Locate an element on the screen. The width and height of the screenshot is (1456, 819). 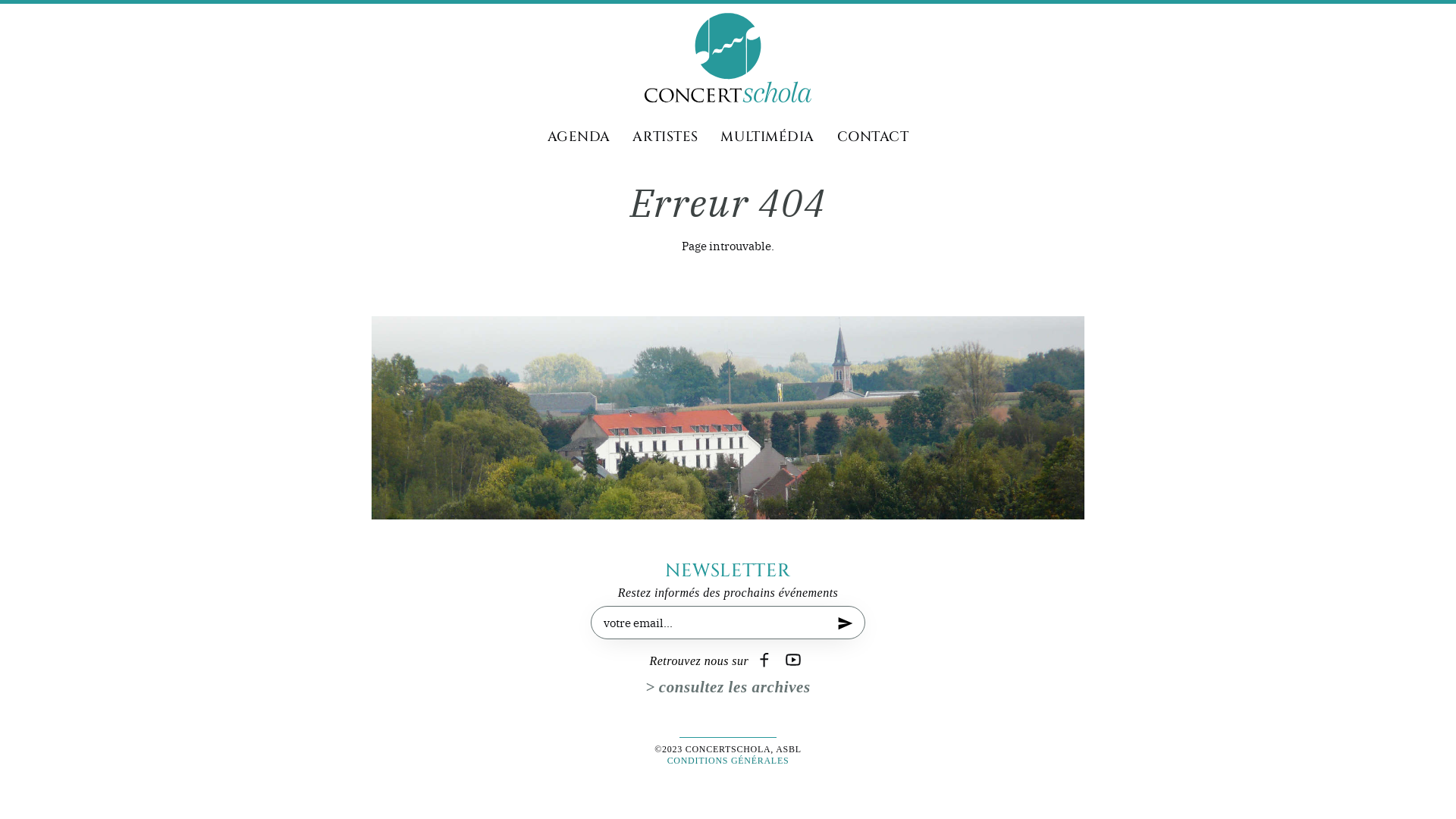
'ARTISTES' is located at coordinates (632, 137).